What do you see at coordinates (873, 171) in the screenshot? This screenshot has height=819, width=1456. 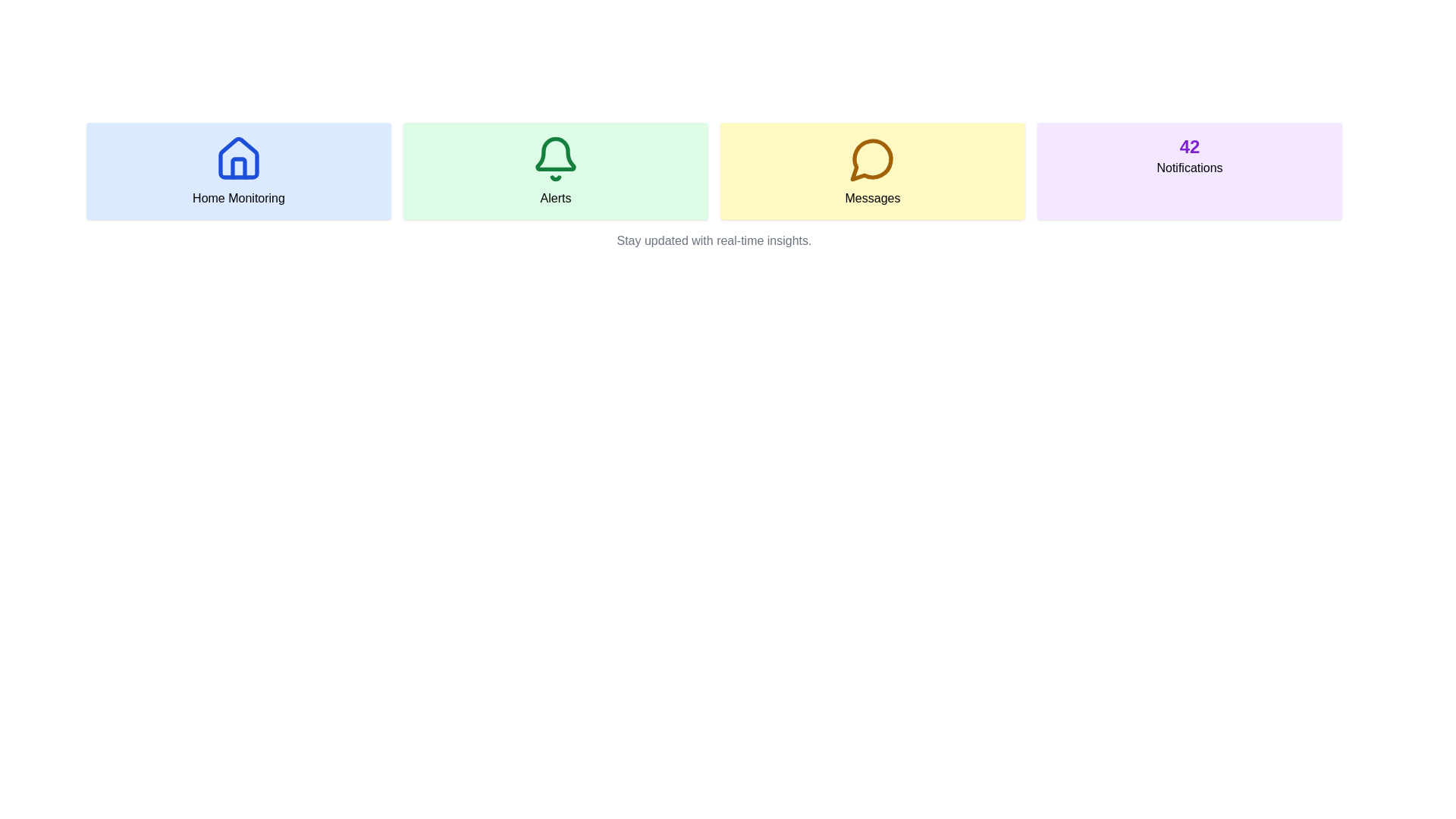 I see `the 'Messages' navigation tile, which is a rectangular box with a soft yellow background containing a brown chat bubble icon and the text 'Messages' below it` at bounding box center [873, 171].